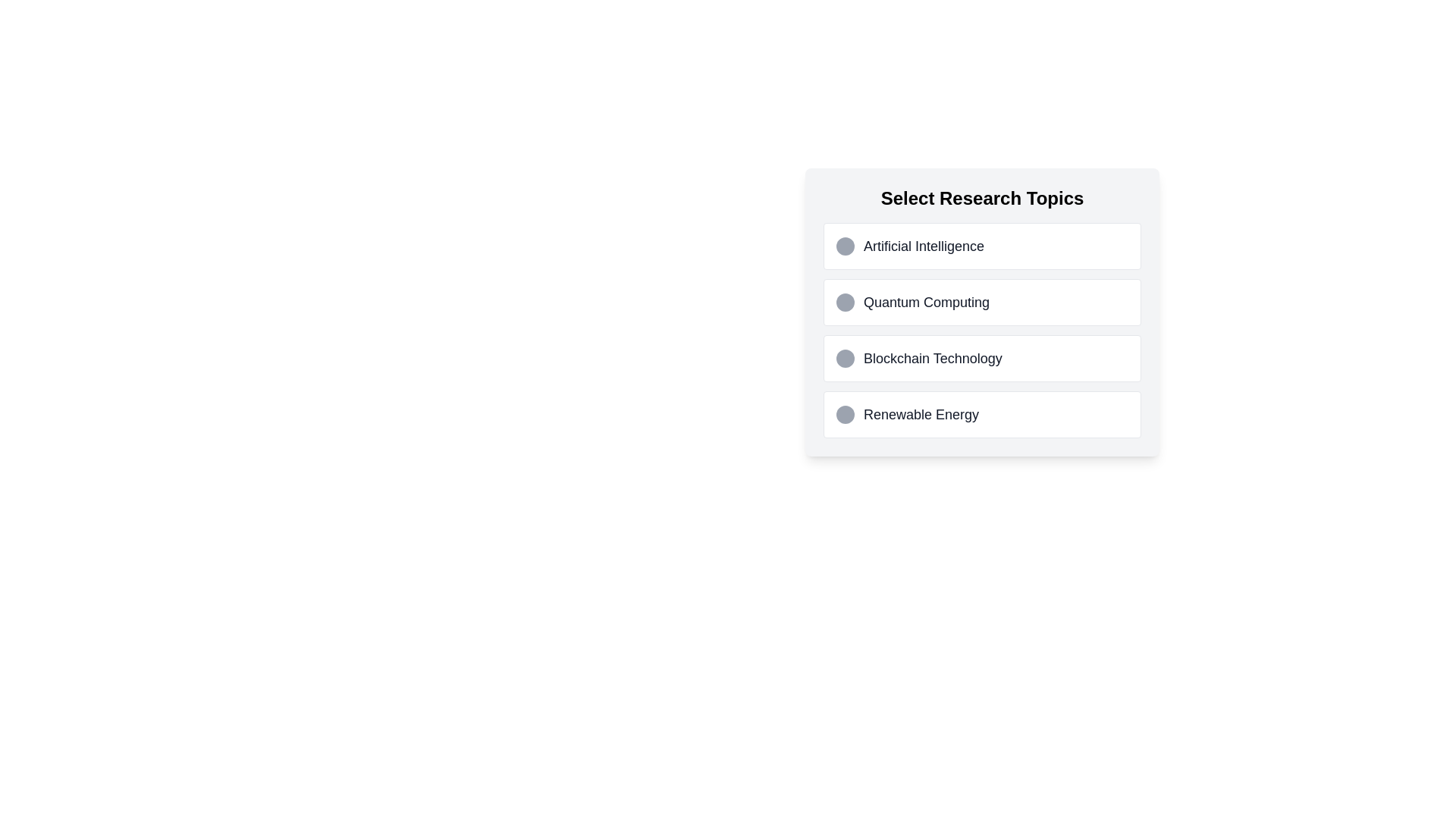 The width and height of the screenshot is (1456, 819). Describe the element at coordinates (982, 245) in the screenshot. I see `the first selectable item for the 'Artificial Intelligence' research topic in the list under 'Select Research Topics'` at that location.